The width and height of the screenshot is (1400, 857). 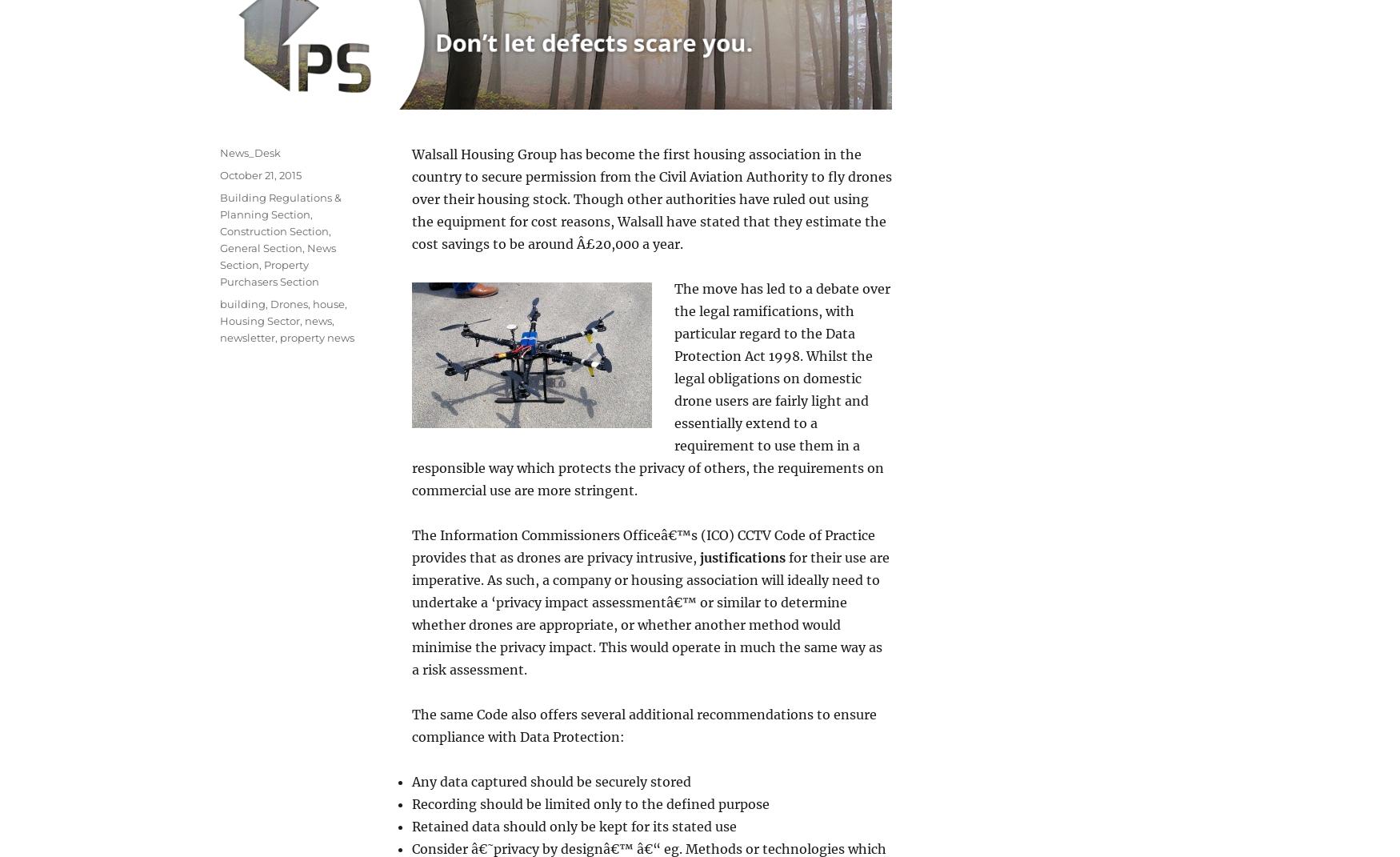 I want to click on 'The Information Commissioners Officeâ€™s (ICO) CCTV Code of Practice provides that as drones are privacy intrusive,', so click(x=642, y=545).